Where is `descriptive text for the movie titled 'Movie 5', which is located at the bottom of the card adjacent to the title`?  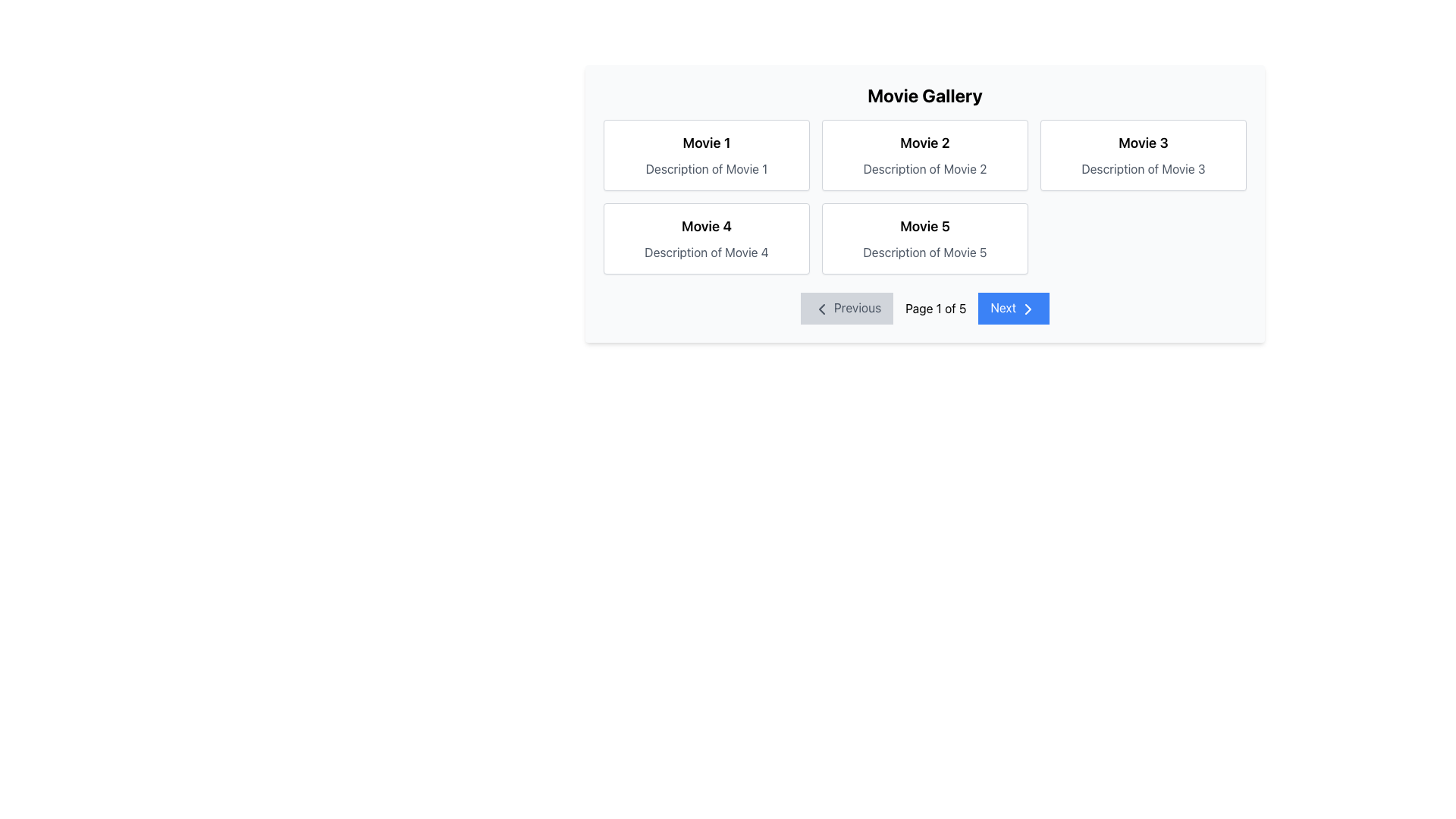 descriptive text for the movie titled 'Movie 5', which is located at the bottom of the card adjacent to the title is located at coordinates (924, 251).